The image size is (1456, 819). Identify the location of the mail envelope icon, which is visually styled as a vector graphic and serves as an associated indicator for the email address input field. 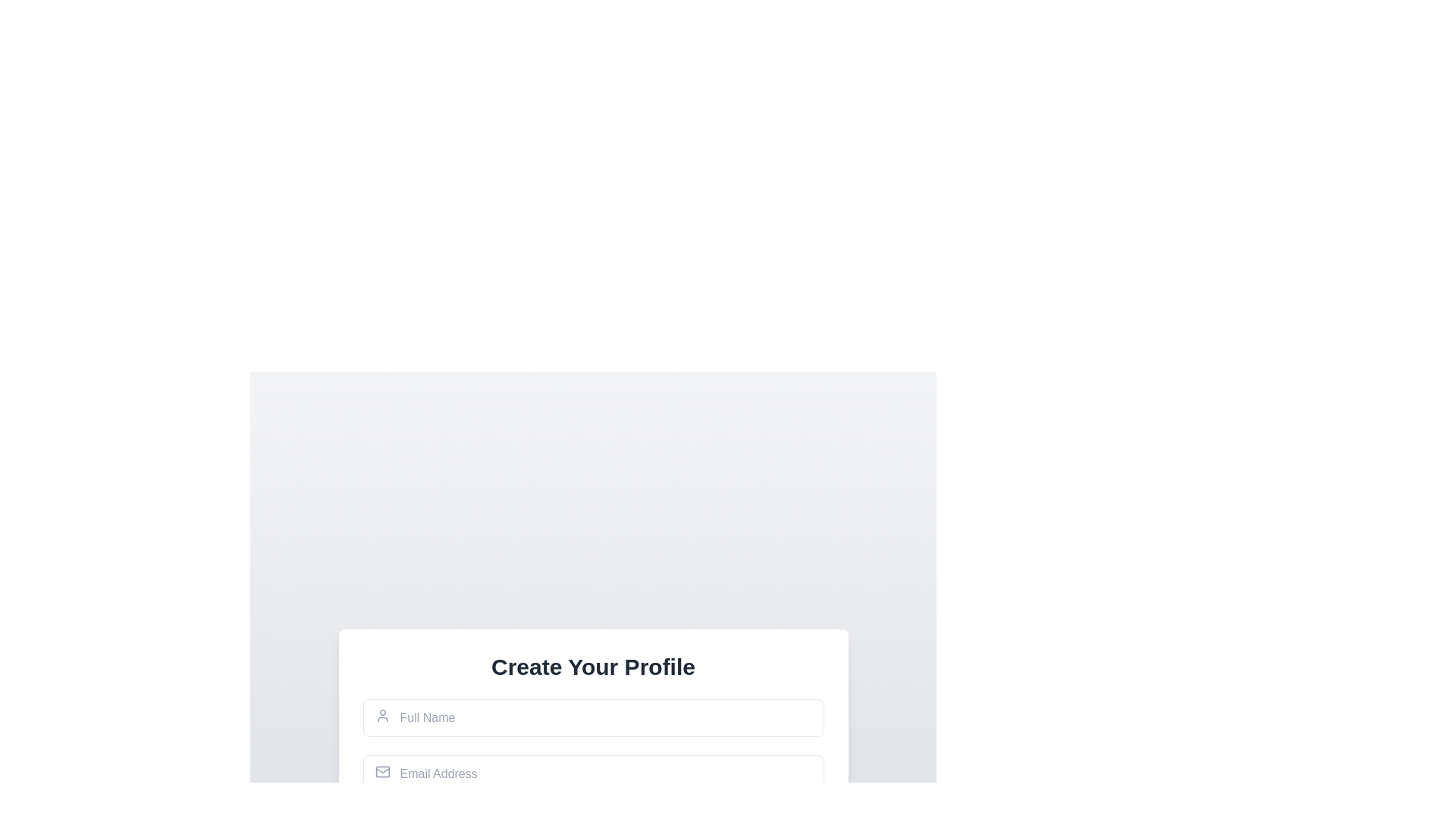
(382, 772).